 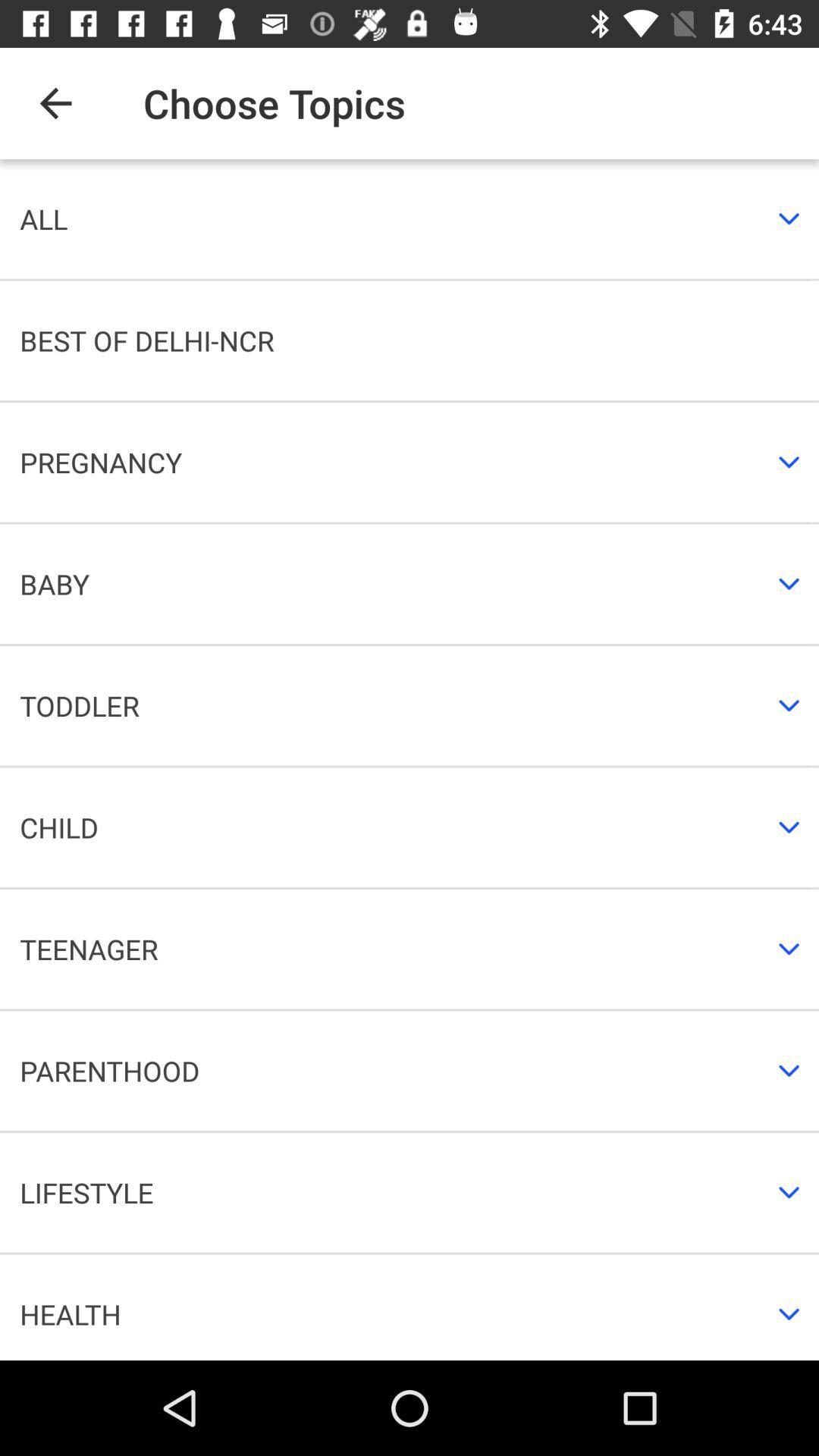 What do you see at coordinates (55, 102) in the screenshot?
I see `the item to the left of the choose topics icon` at bounding box center [55, 102].